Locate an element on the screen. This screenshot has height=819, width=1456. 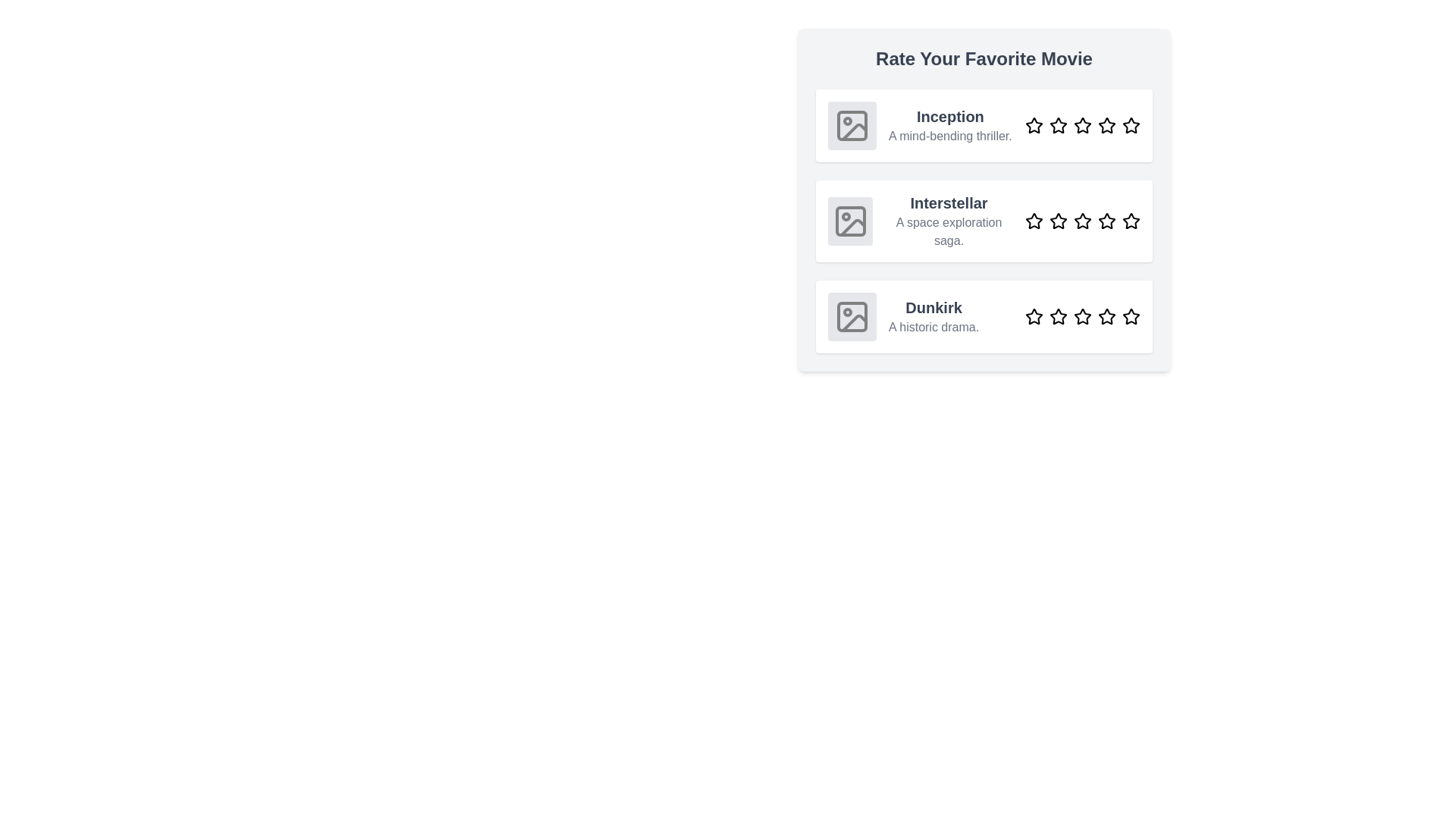
the third star icon in the rating selection for 'Dunkirk: A historic drama' is located at coordinates (1082, 315).